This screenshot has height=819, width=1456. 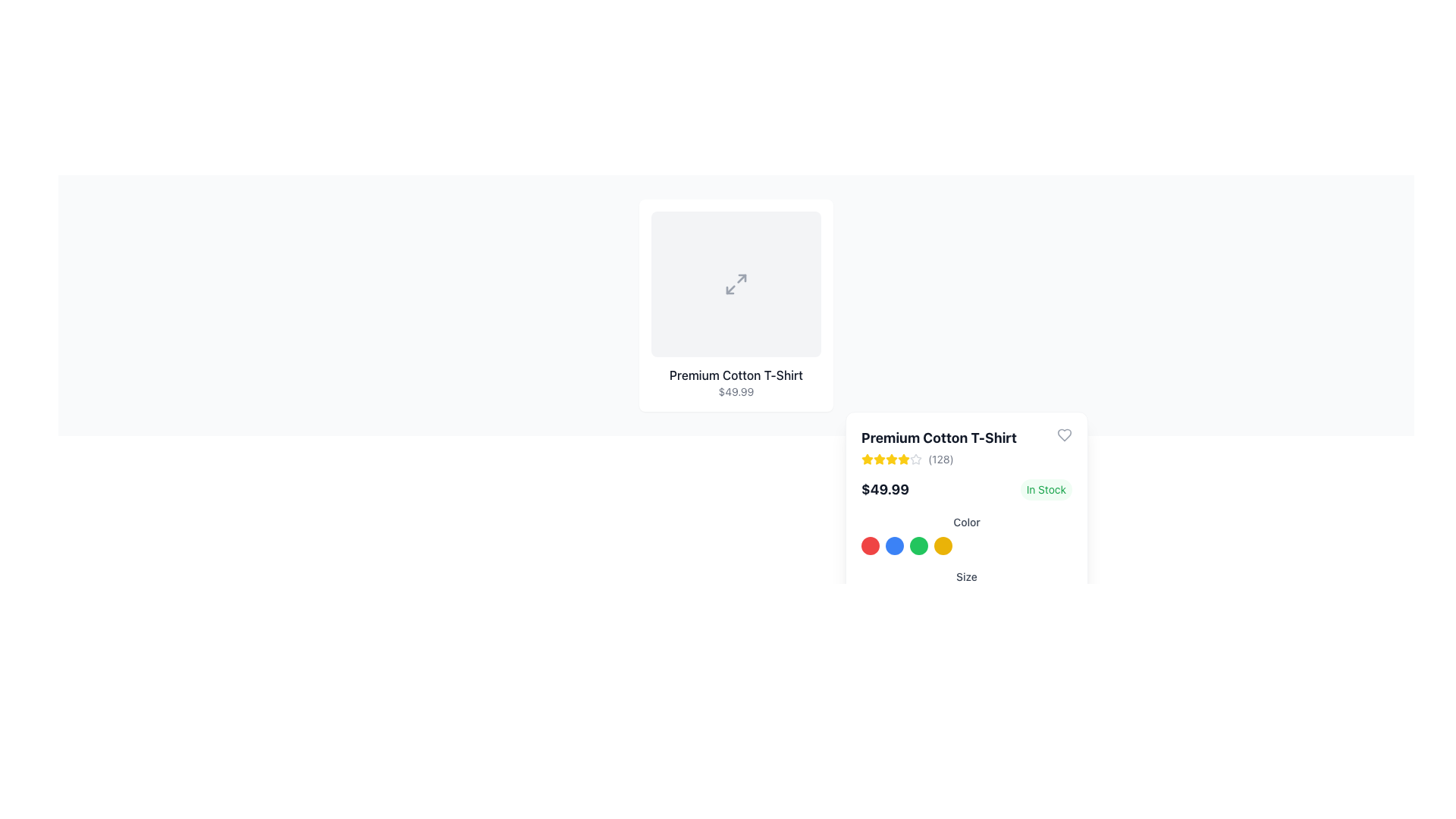 What do you see at coordinates (736, 284) in the screenshot?
I see `the image placeholder at the top-center of the 'Premium Cotton T-Shirt $49.99' card to enlarge the image` at bounding box center [736, 284].